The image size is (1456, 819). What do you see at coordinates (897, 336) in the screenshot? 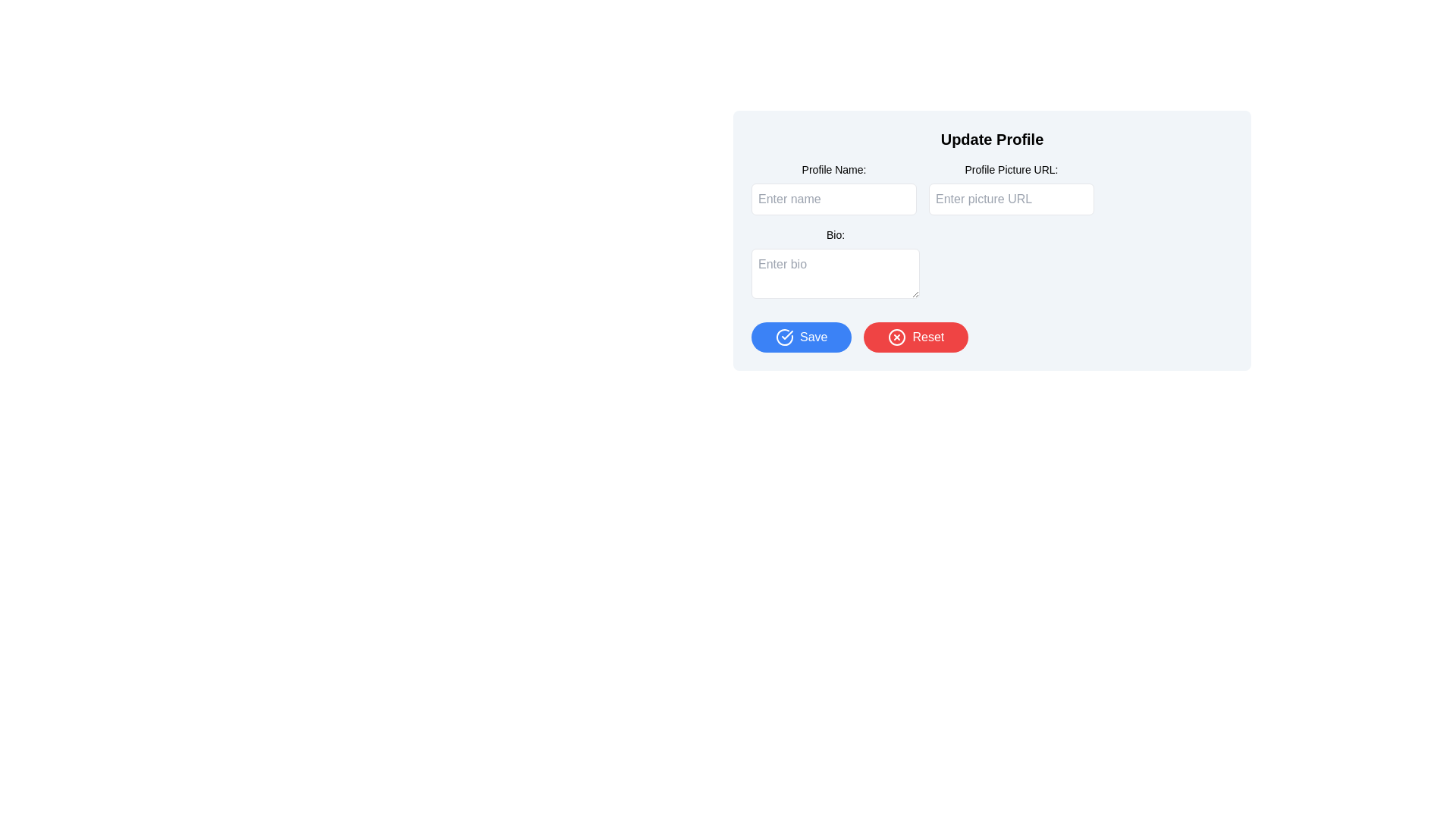
I see `the circular close icon with a red background and white 'X', located near the top-right corner of the 'Reset' button` at bounding box center [897, 336].